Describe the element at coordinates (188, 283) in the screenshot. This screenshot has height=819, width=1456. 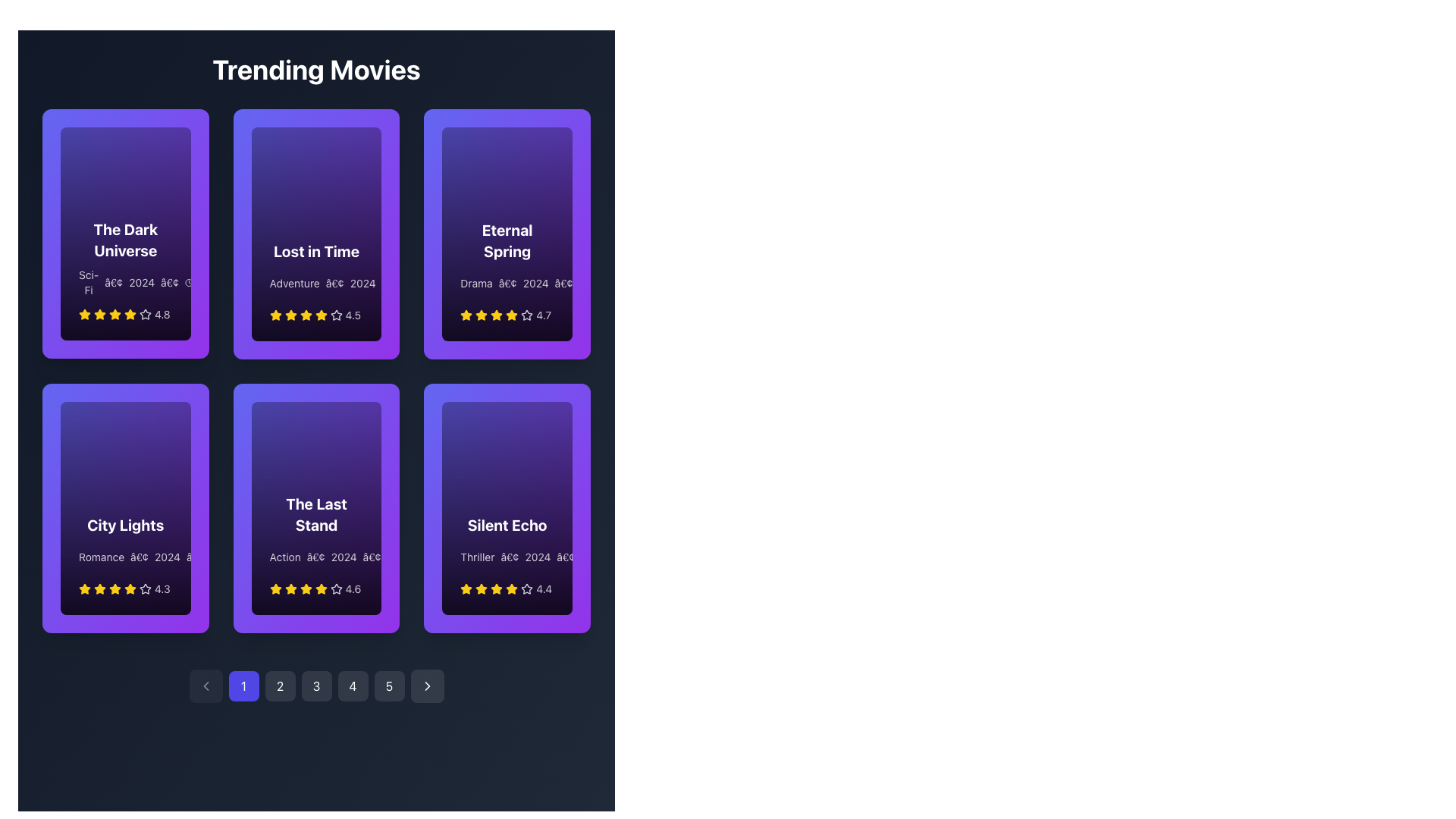
I see `the decorative SVG circle that is part of the clock icon design, located near the title of the movie 'The Dark Universe' in the top-left movie card` at that location.